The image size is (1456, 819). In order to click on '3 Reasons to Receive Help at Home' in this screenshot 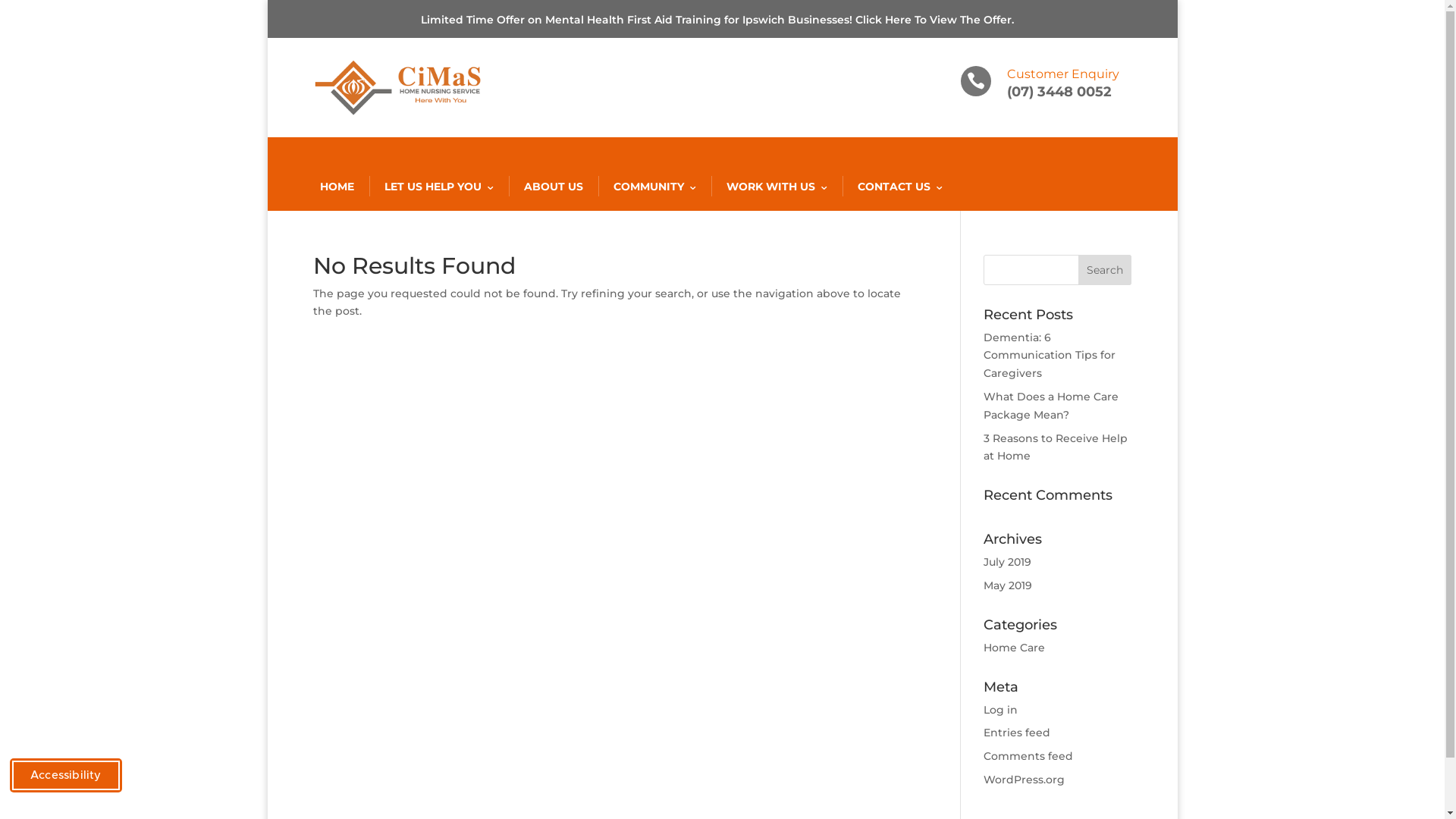, I will do `click(983, 447)`.